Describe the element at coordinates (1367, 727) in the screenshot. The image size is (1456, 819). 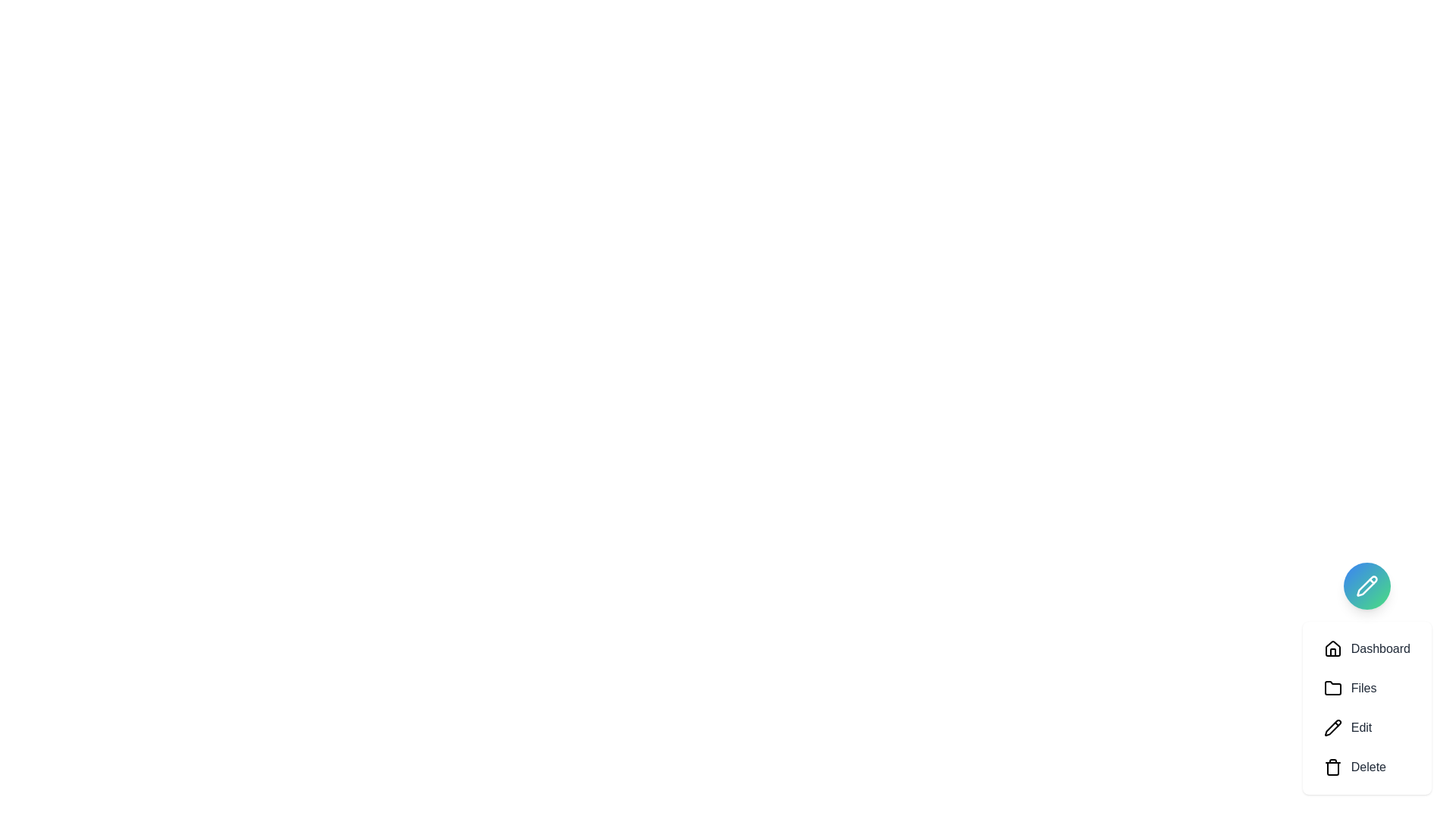
I see `the option Edit from the speed dial menu` at that location.